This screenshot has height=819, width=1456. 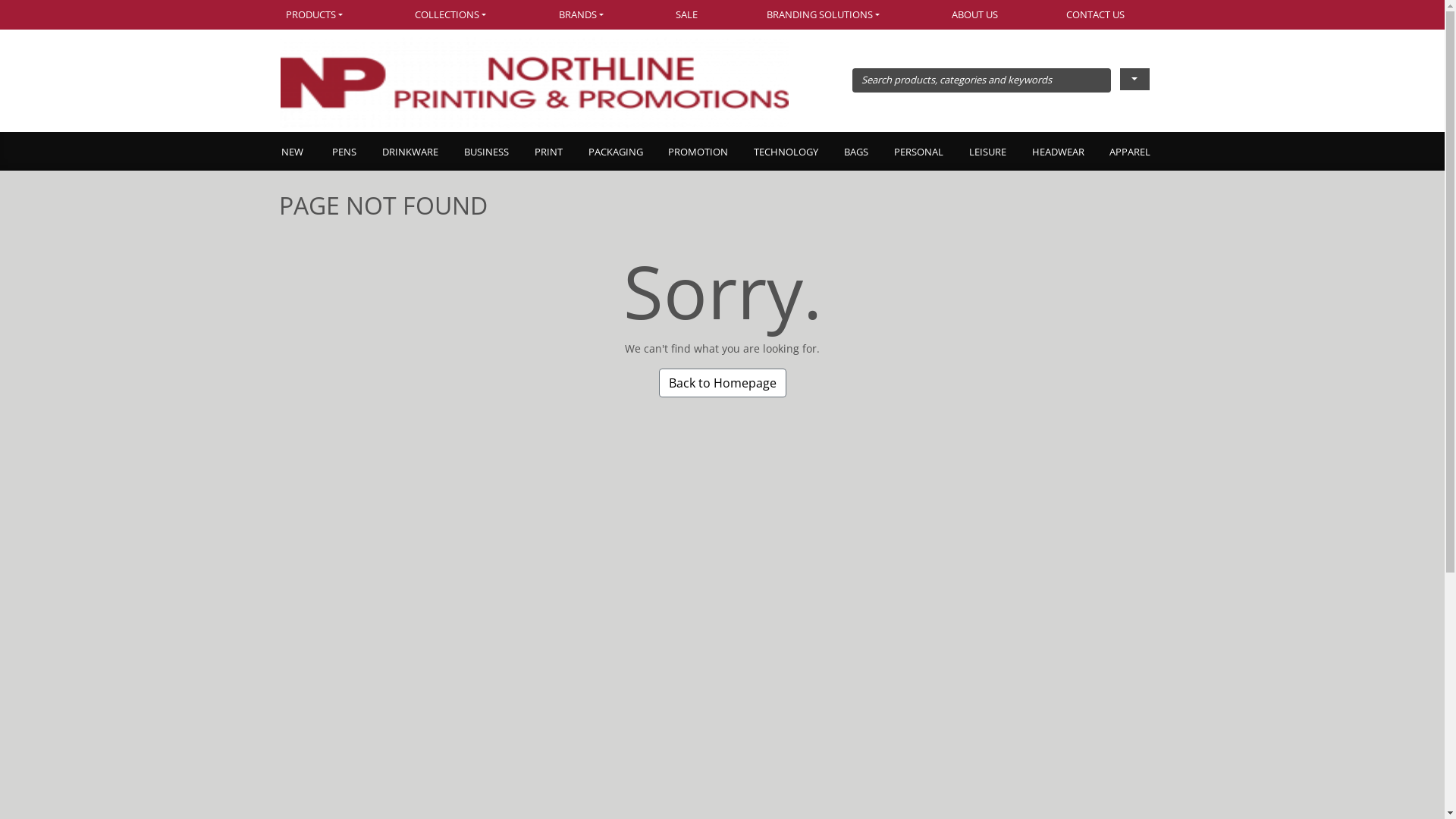 What do you see at coordinates (1129, 152) in the screenshot?
I see `'APPAREL'` at bounding box center [1129, 152].